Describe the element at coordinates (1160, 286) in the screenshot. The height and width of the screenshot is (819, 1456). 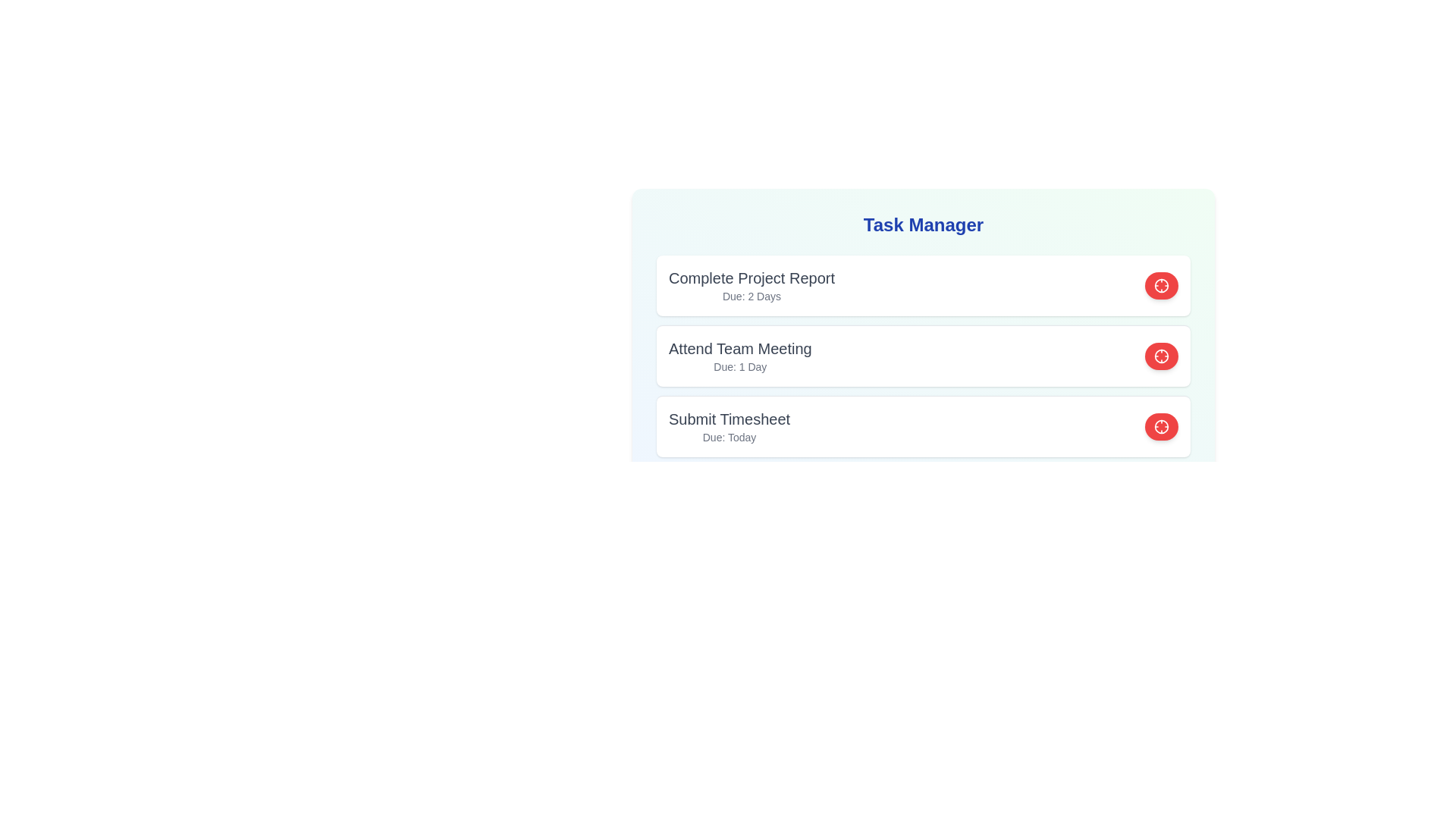
I see `the SVG Graphic Icon located in the rightmost section of the last task entry in the 'Task Manager' list` at that location.